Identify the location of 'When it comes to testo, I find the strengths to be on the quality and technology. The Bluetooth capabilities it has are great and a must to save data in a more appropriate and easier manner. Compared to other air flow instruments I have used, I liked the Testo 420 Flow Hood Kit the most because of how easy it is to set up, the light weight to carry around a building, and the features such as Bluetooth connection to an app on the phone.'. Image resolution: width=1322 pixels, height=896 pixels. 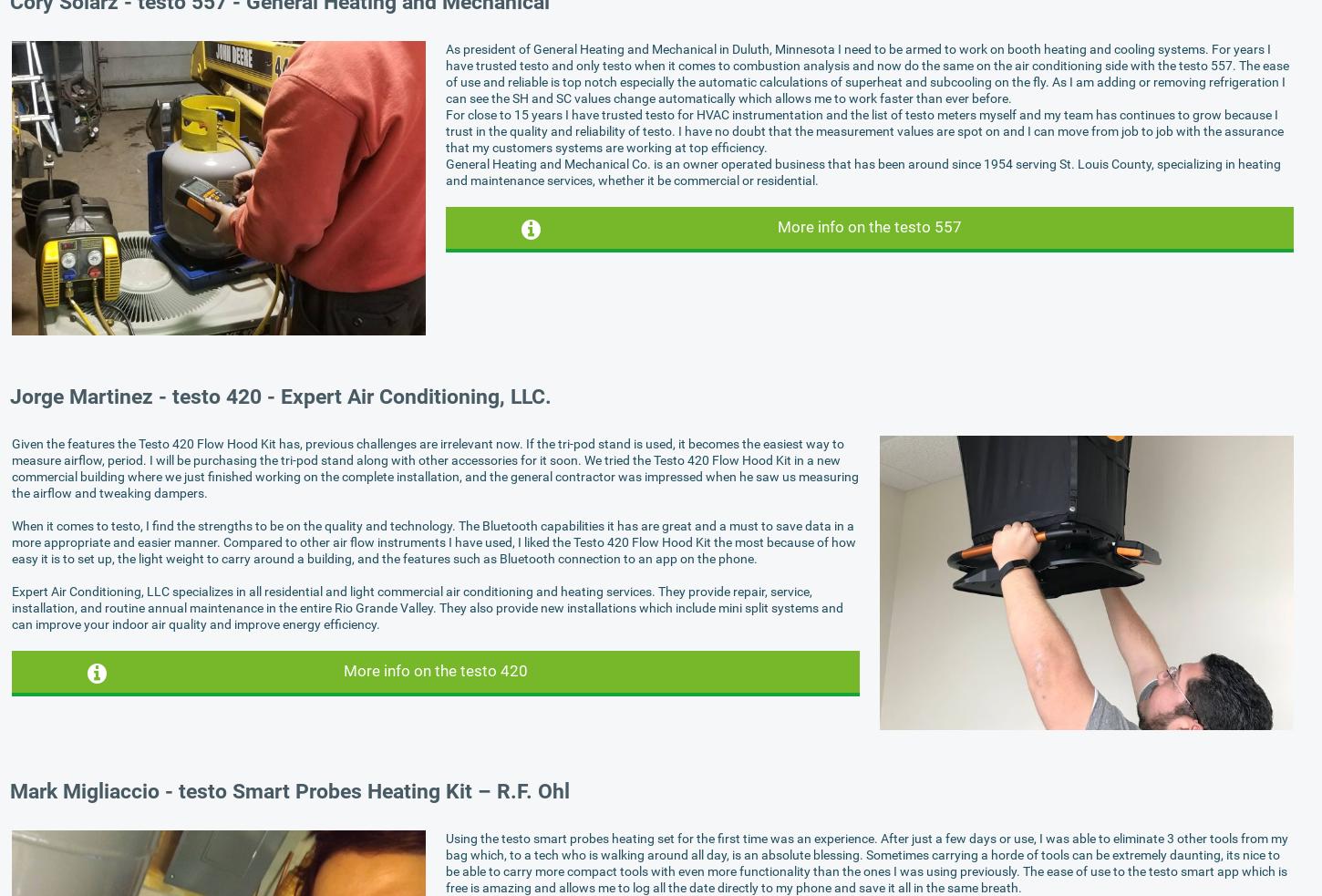
(433, 541).